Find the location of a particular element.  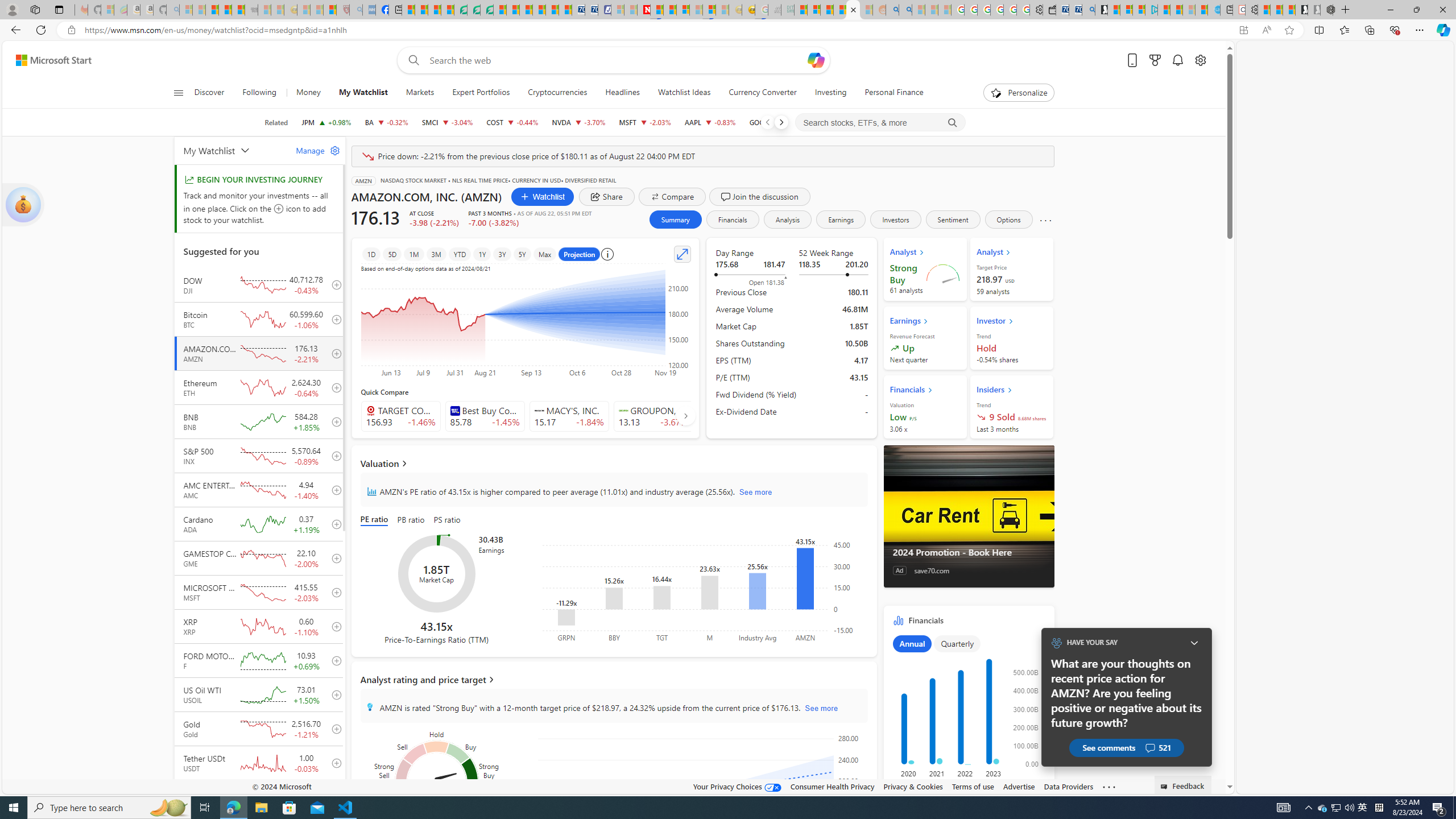

'Max' is located at coordinates (544, 254).